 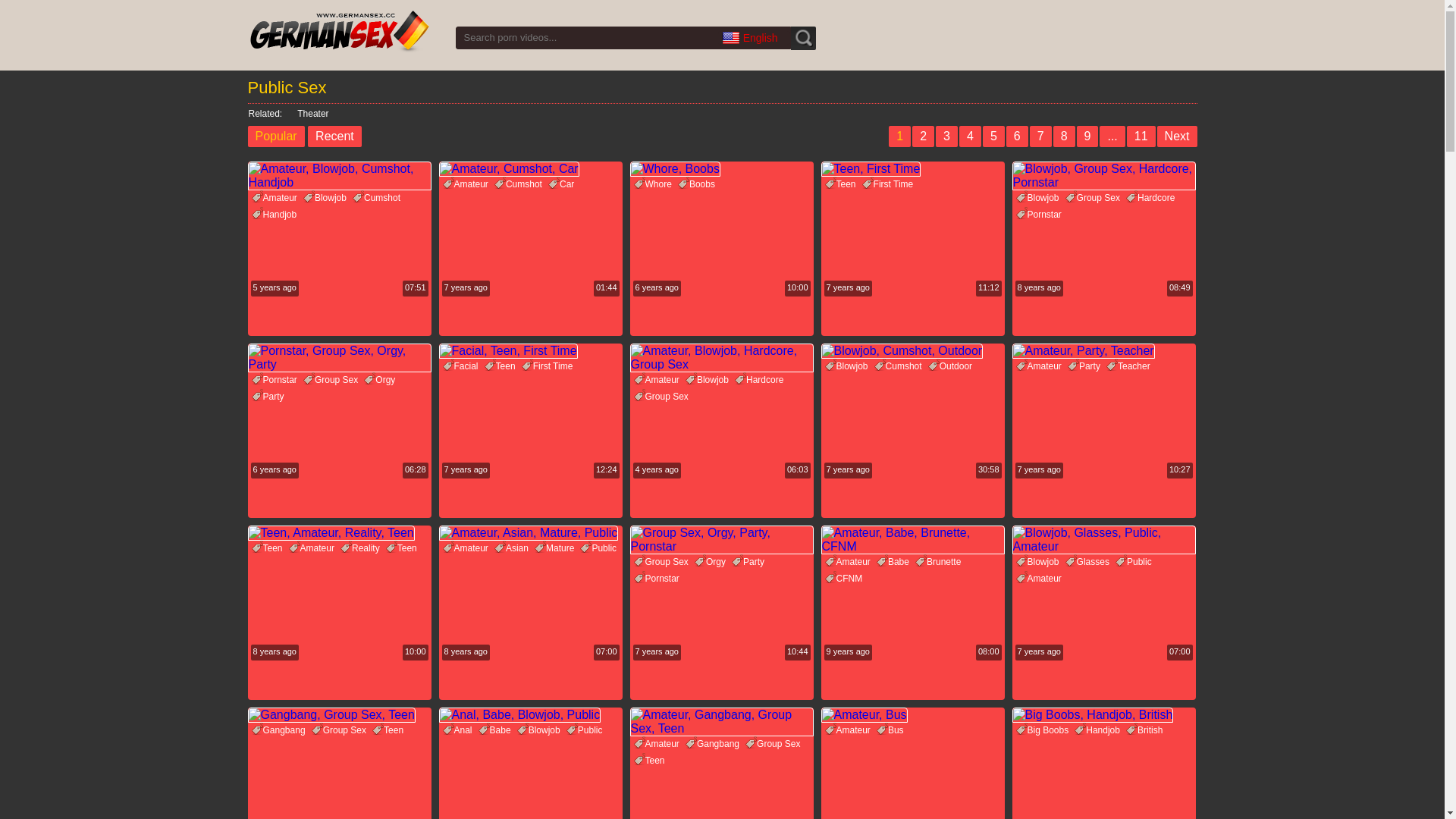 What do you see at coordinates (1103, 350) in the screenshot?
I see `'Amateur, Party, Teacher'` at bounding box center [1103, 350].